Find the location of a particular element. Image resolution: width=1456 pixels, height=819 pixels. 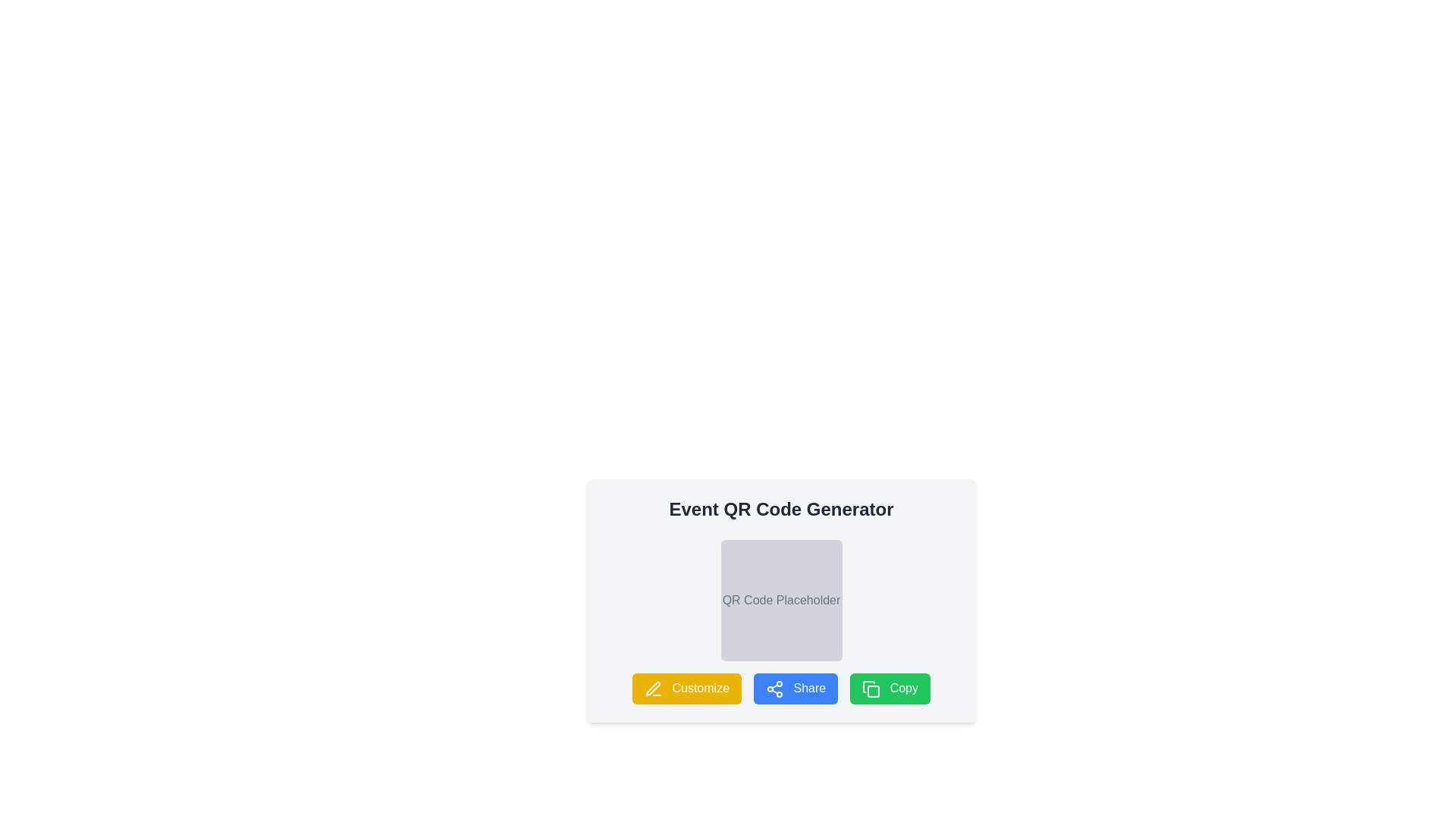

the middle share button located below the QR code placeholder is located at coordinates (795, 689).